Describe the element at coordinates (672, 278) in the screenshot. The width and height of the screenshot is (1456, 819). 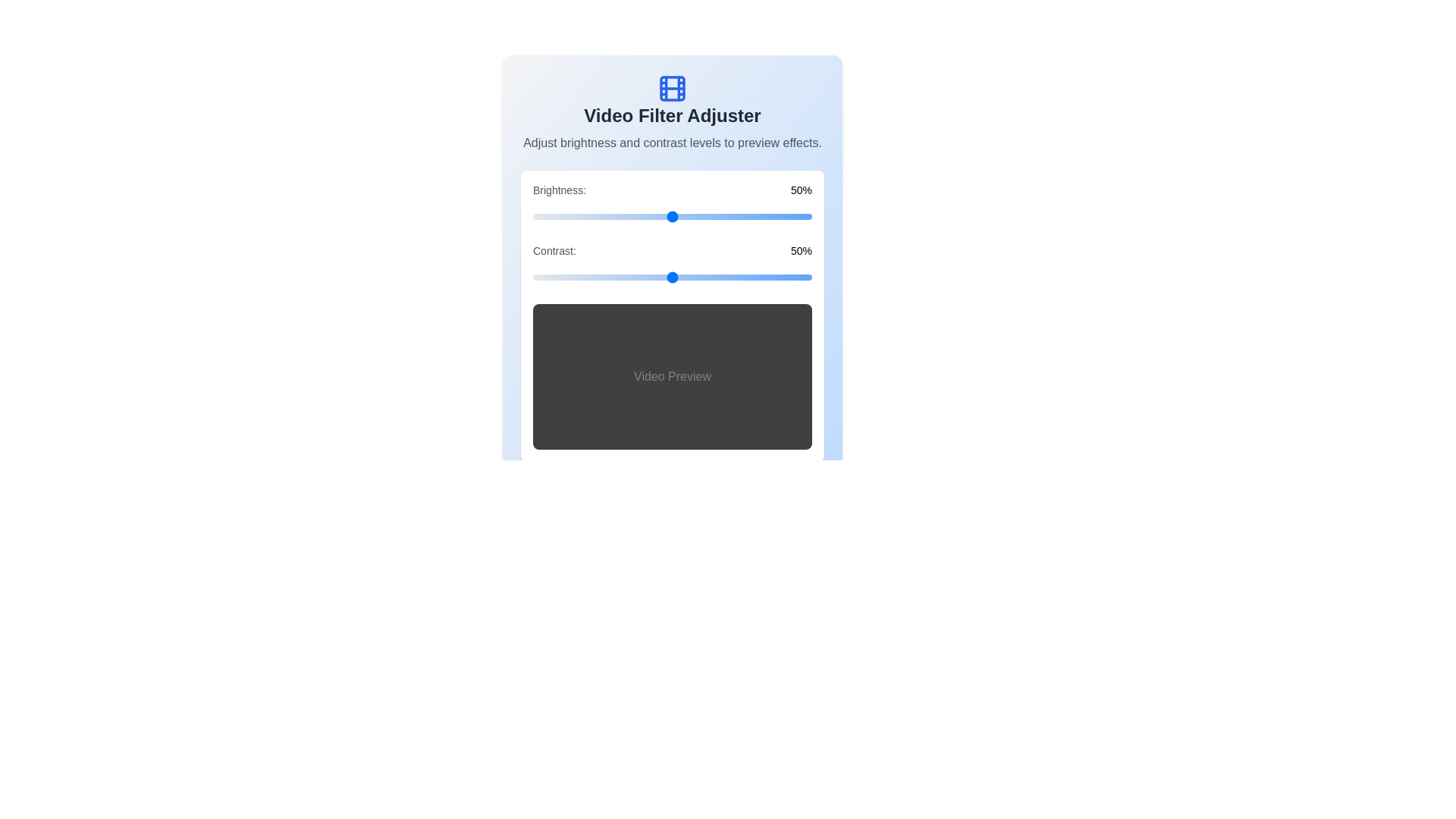
I see `the contrast slider to 50%` at that location.